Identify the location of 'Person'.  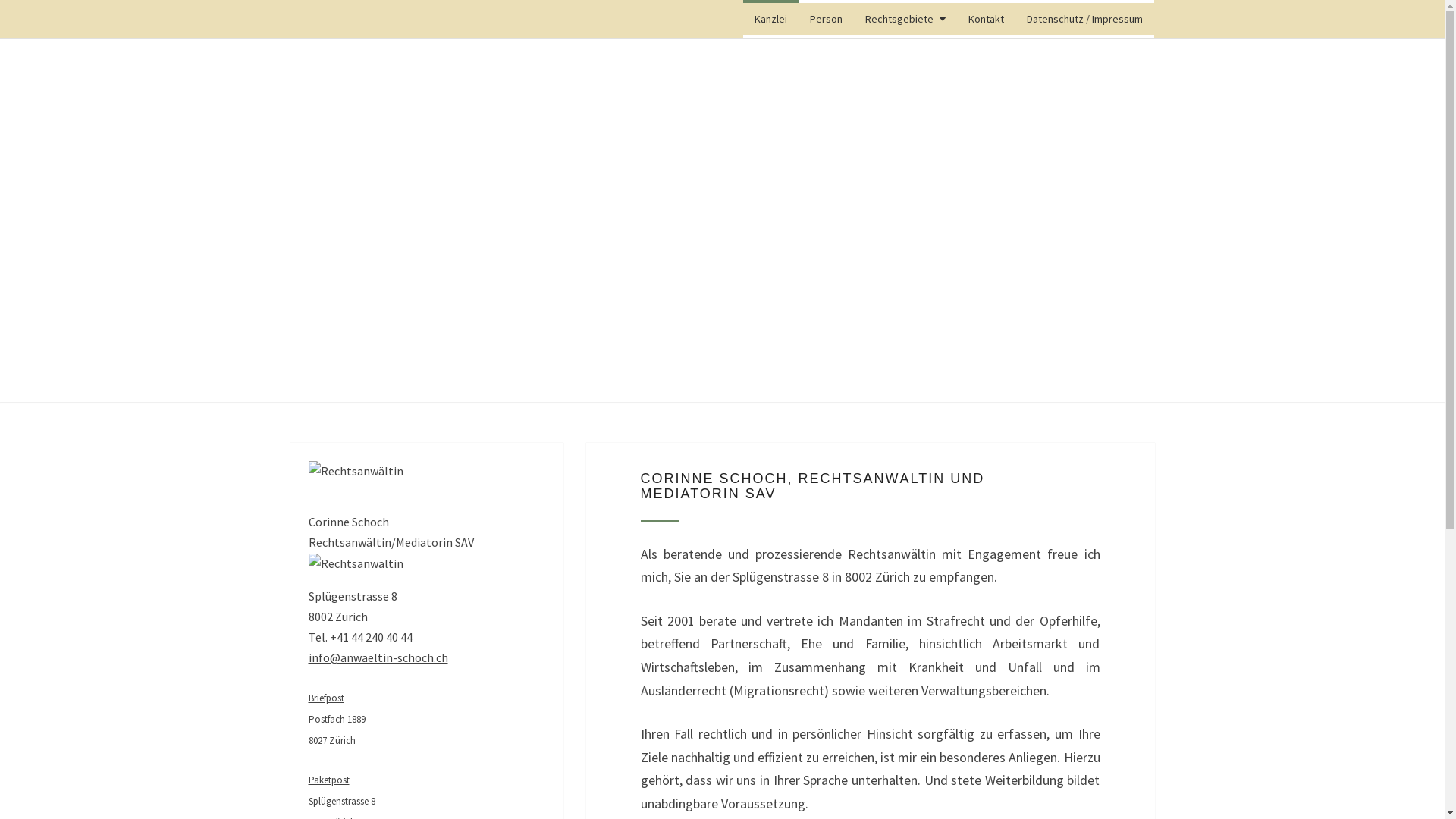
(825, 18).